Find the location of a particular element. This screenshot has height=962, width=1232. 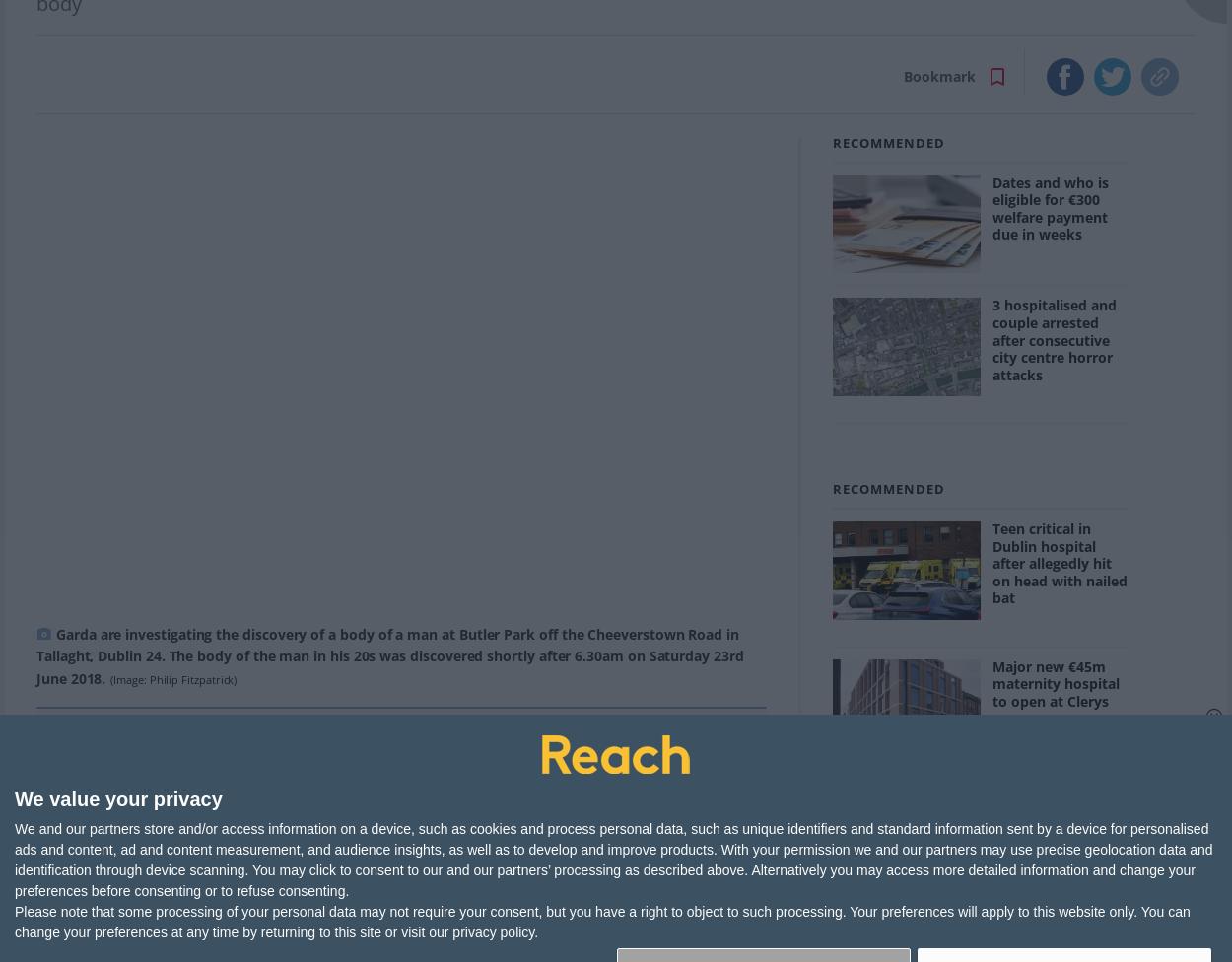

'More info' is located at coordinates (287, 856).